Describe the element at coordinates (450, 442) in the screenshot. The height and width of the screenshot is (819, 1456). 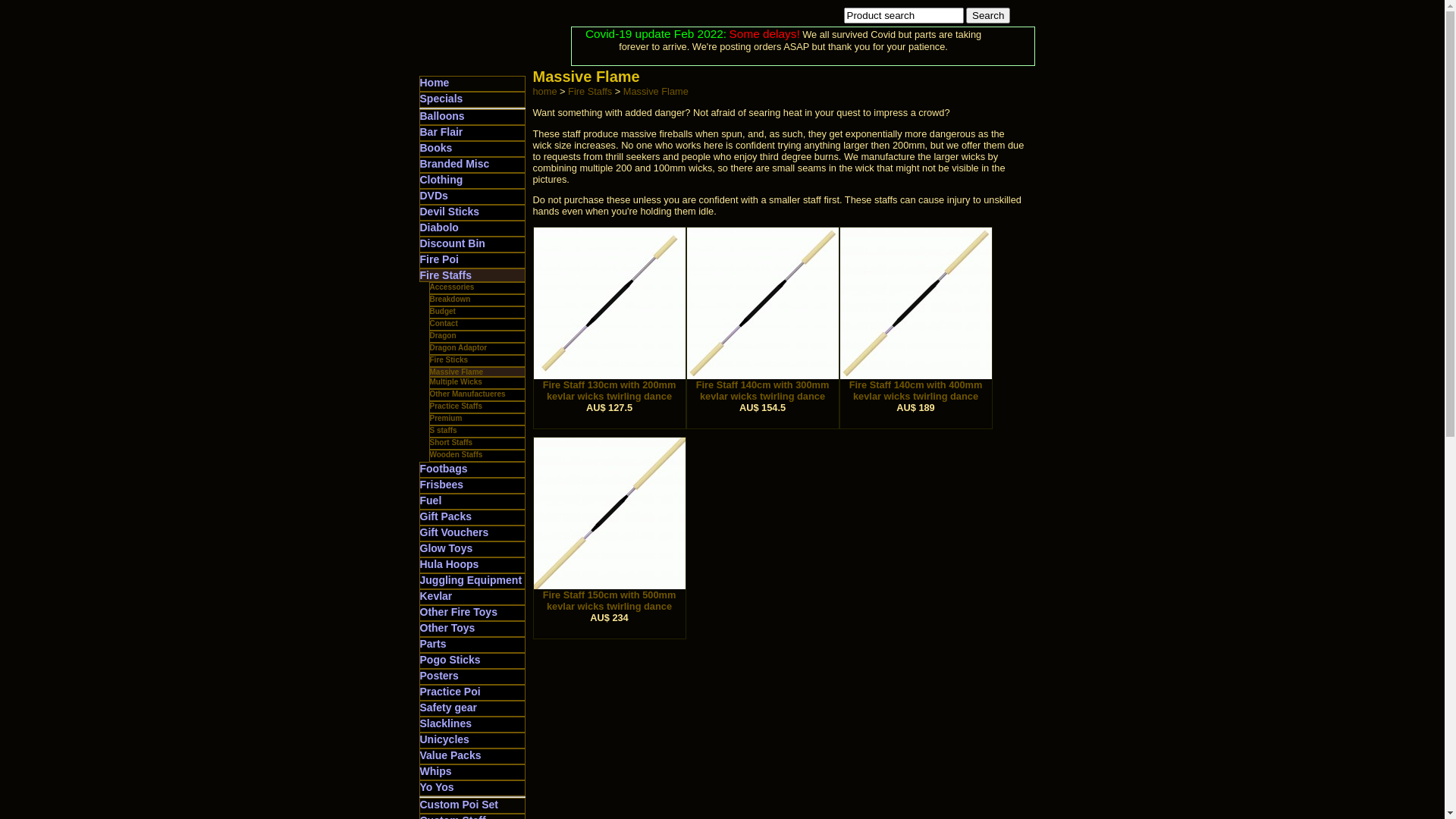
I see `'Short Staffs'` at that location.